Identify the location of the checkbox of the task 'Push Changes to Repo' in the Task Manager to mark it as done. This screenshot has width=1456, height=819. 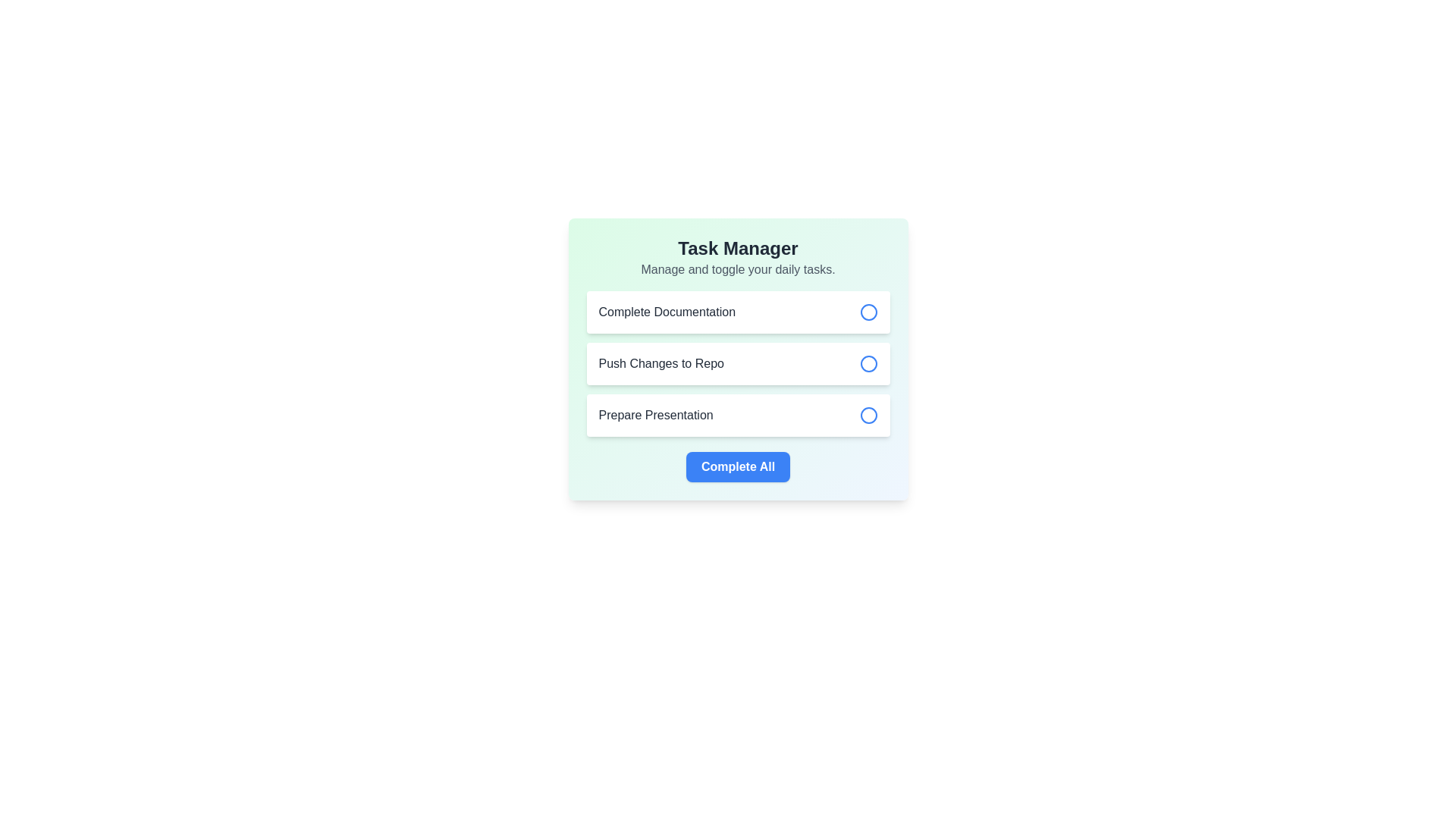
(738, 363).